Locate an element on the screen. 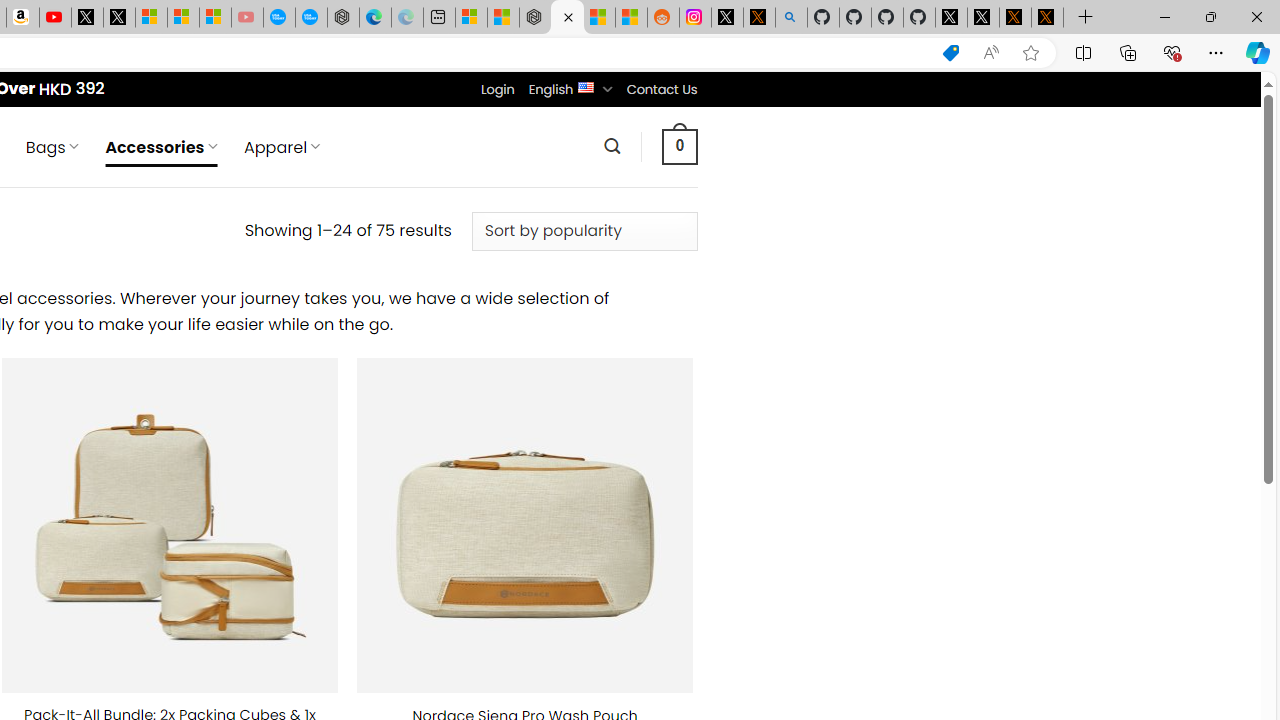  'help.x.com | 524: A timeout occurred' is located at coordinates (758, 17).